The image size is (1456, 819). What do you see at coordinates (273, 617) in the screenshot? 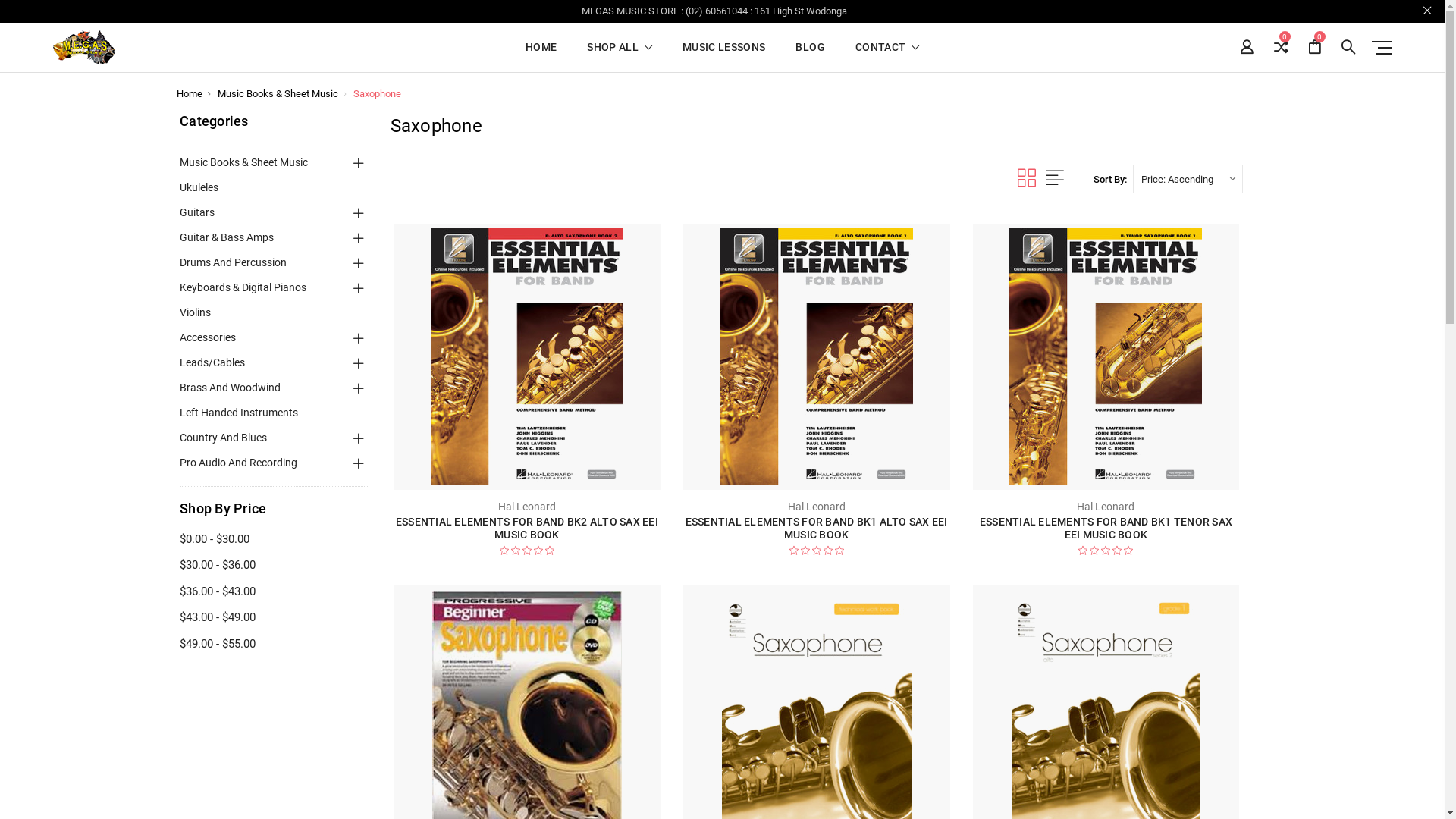
I see `'$43.00 - $49.00'` at bounding box center [273, 617].